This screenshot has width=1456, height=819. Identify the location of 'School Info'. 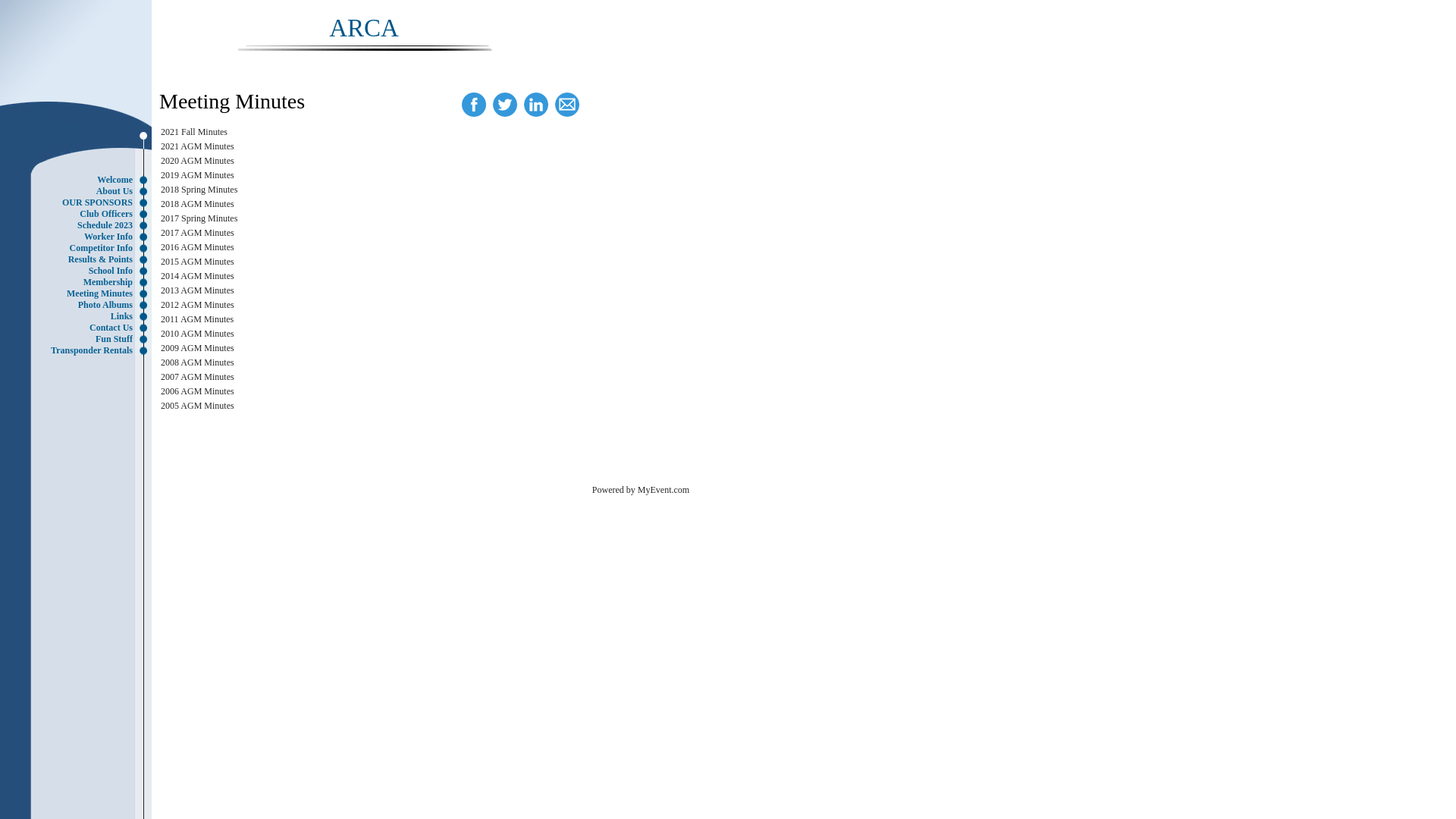
(79, 270).